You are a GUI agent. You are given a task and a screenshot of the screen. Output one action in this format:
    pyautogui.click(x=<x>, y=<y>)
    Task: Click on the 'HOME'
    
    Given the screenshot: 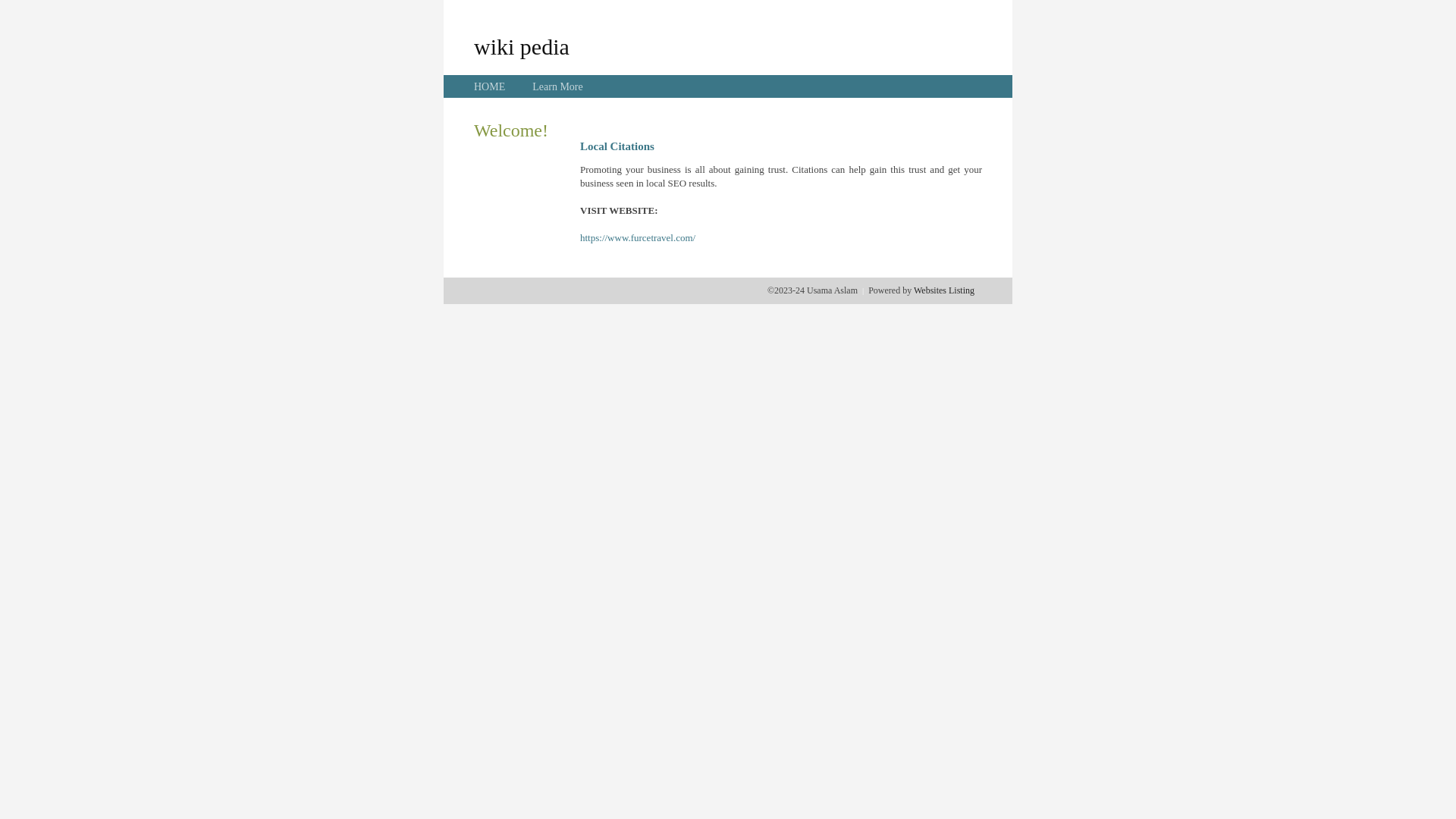 What is the action you would take?
    pyautogui.click(x=472, y=86)
    